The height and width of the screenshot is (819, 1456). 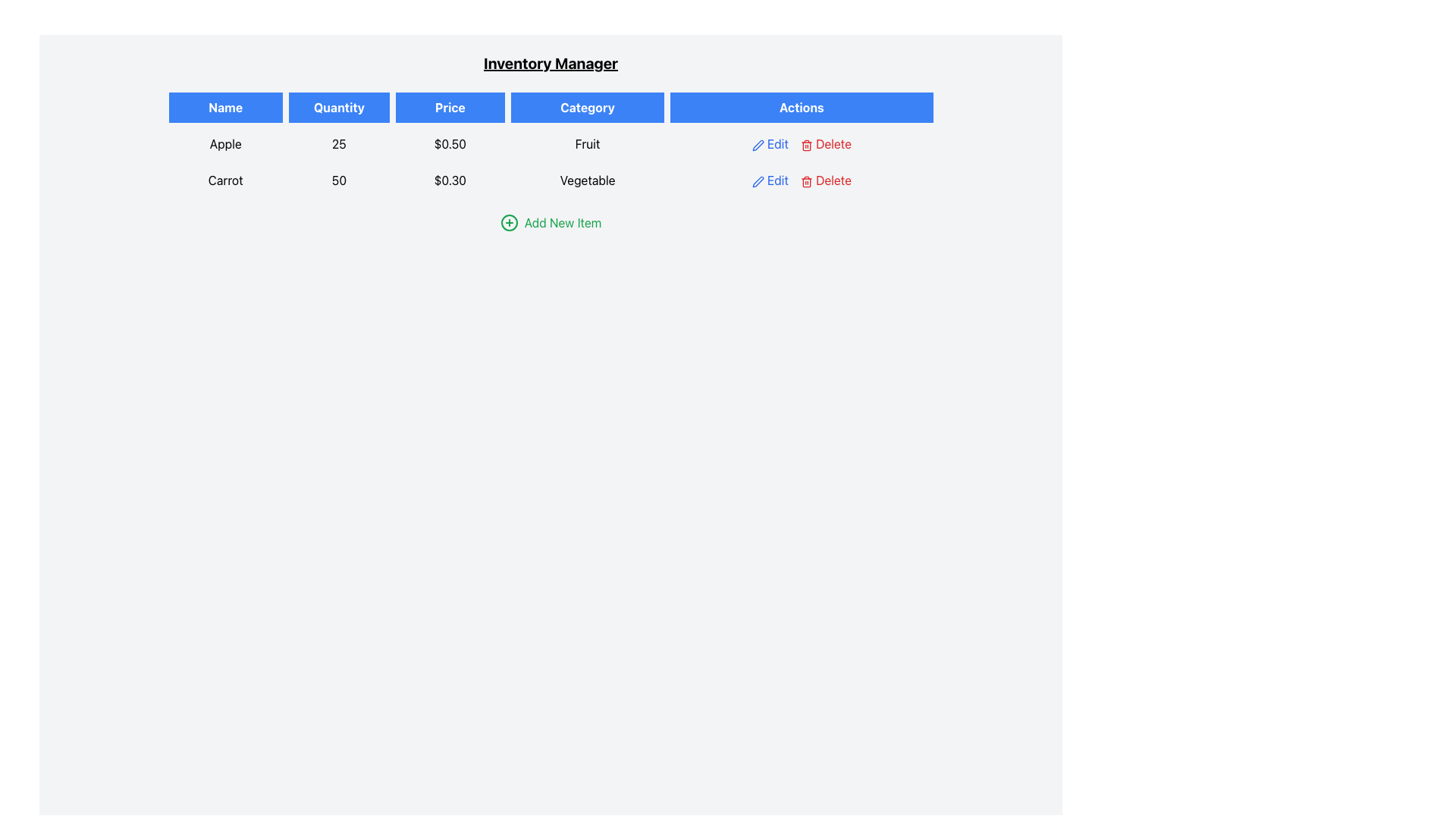 What do you see at coordinates (586, 143) in the screenshot?
I see `the non-interactive label indicating the category of the listed item 'Apple' in the first row of the table under the 'Category' heading in the Inventory Manager interface` at bounding box center [586, 143].